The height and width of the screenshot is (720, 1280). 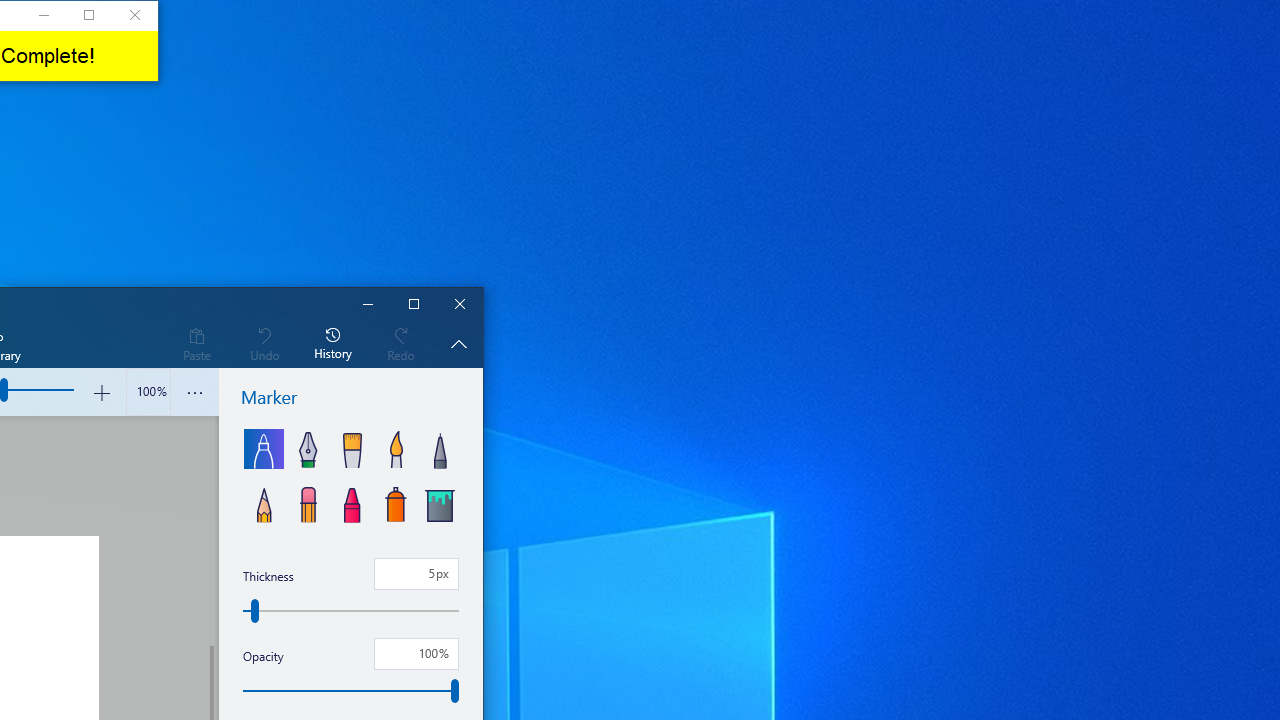 What do you see at coordinates (196, 342) in the screenshot?
I see `'Paste'` at bounding box center [196, 342].